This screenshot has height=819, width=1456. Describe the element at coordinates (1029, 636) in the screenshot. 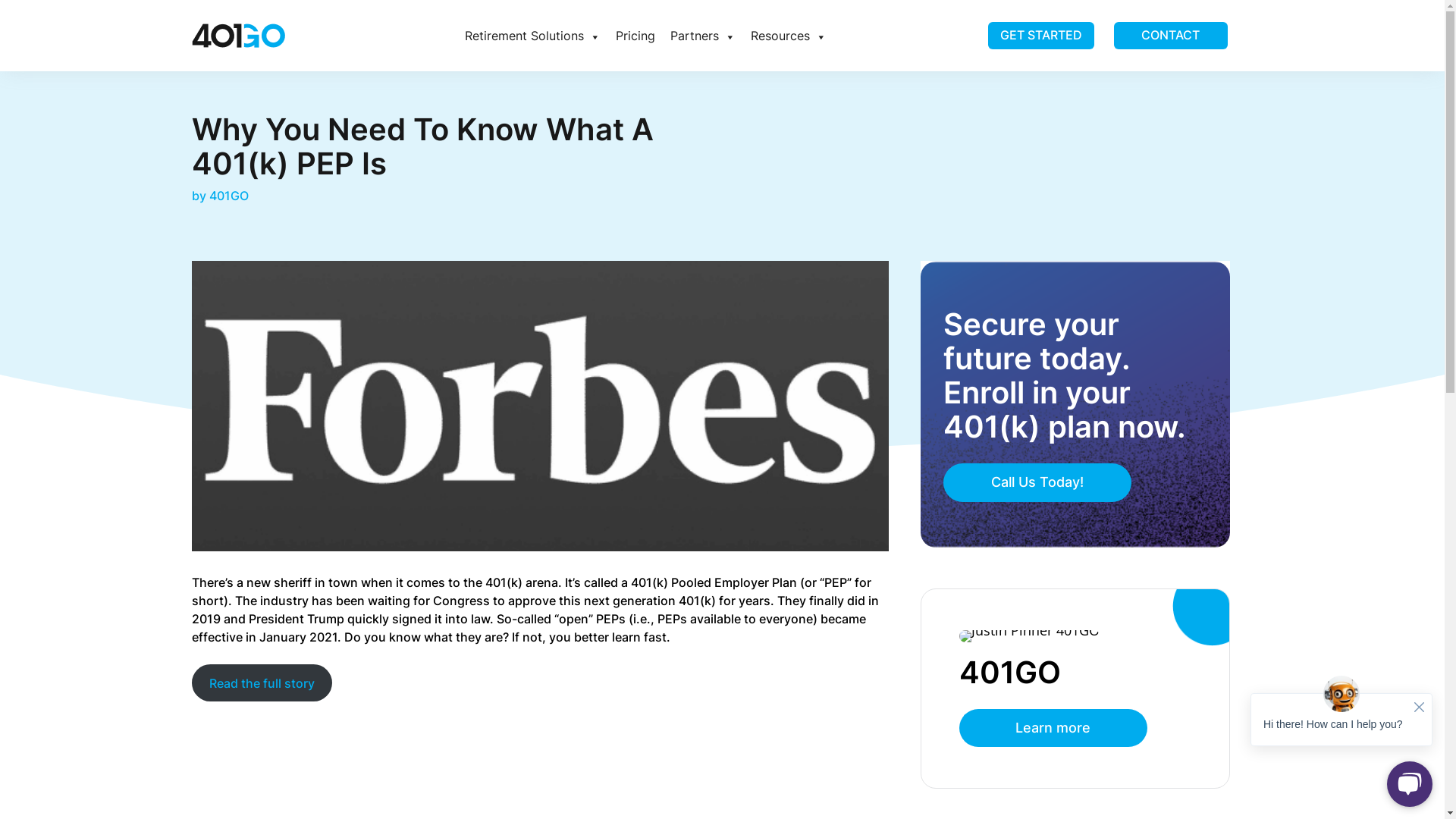

I see `'Justin 1'` at that location.